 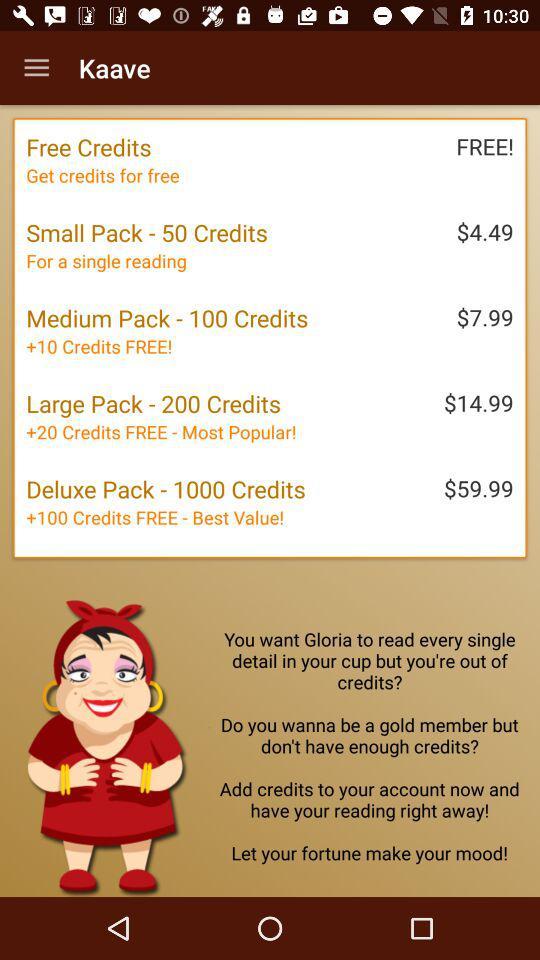 I want to click on the item above free credits icon, so click(x=36, y=68).